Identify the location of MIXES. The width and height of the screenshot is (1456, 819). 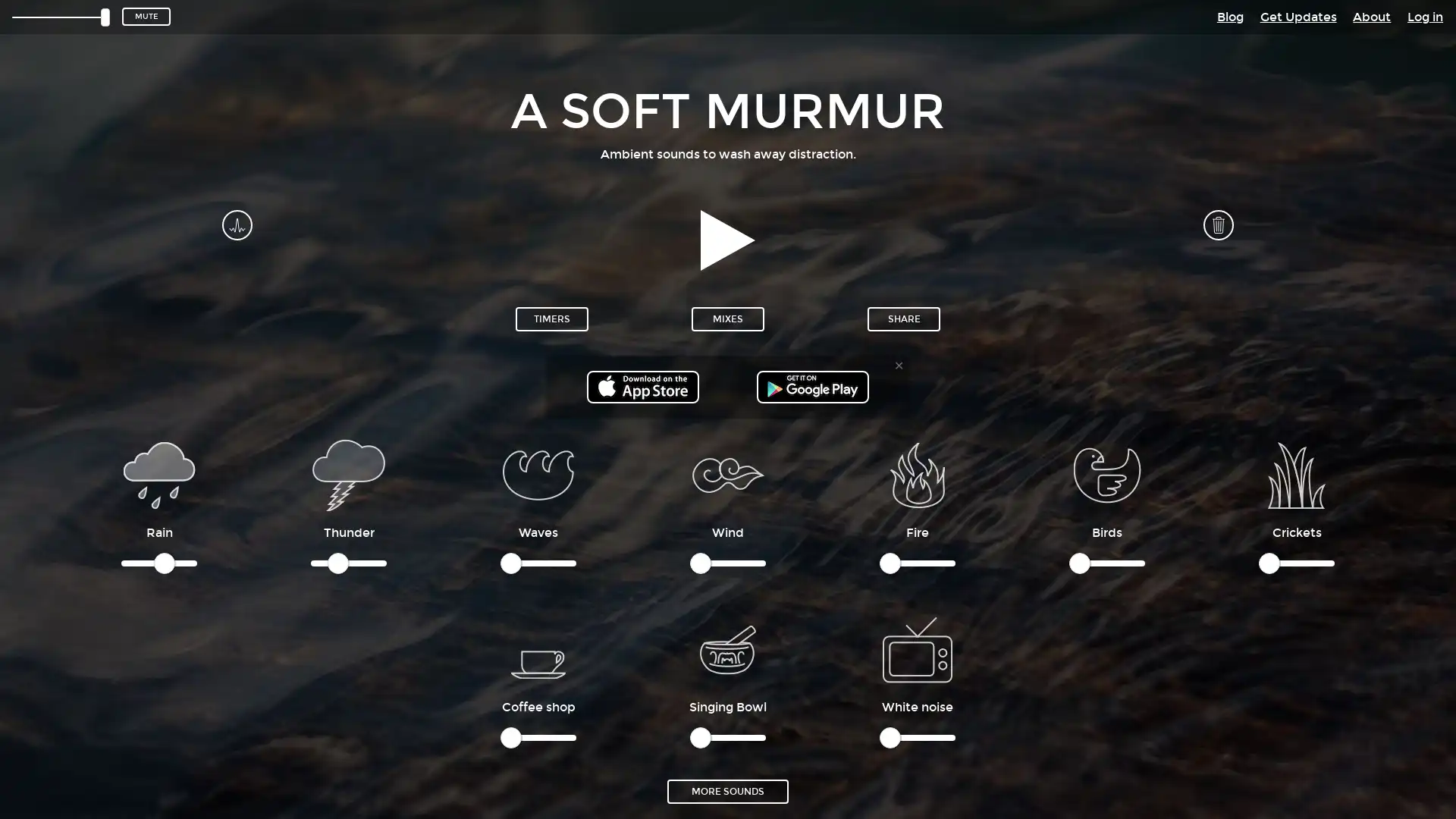
(728, 318).